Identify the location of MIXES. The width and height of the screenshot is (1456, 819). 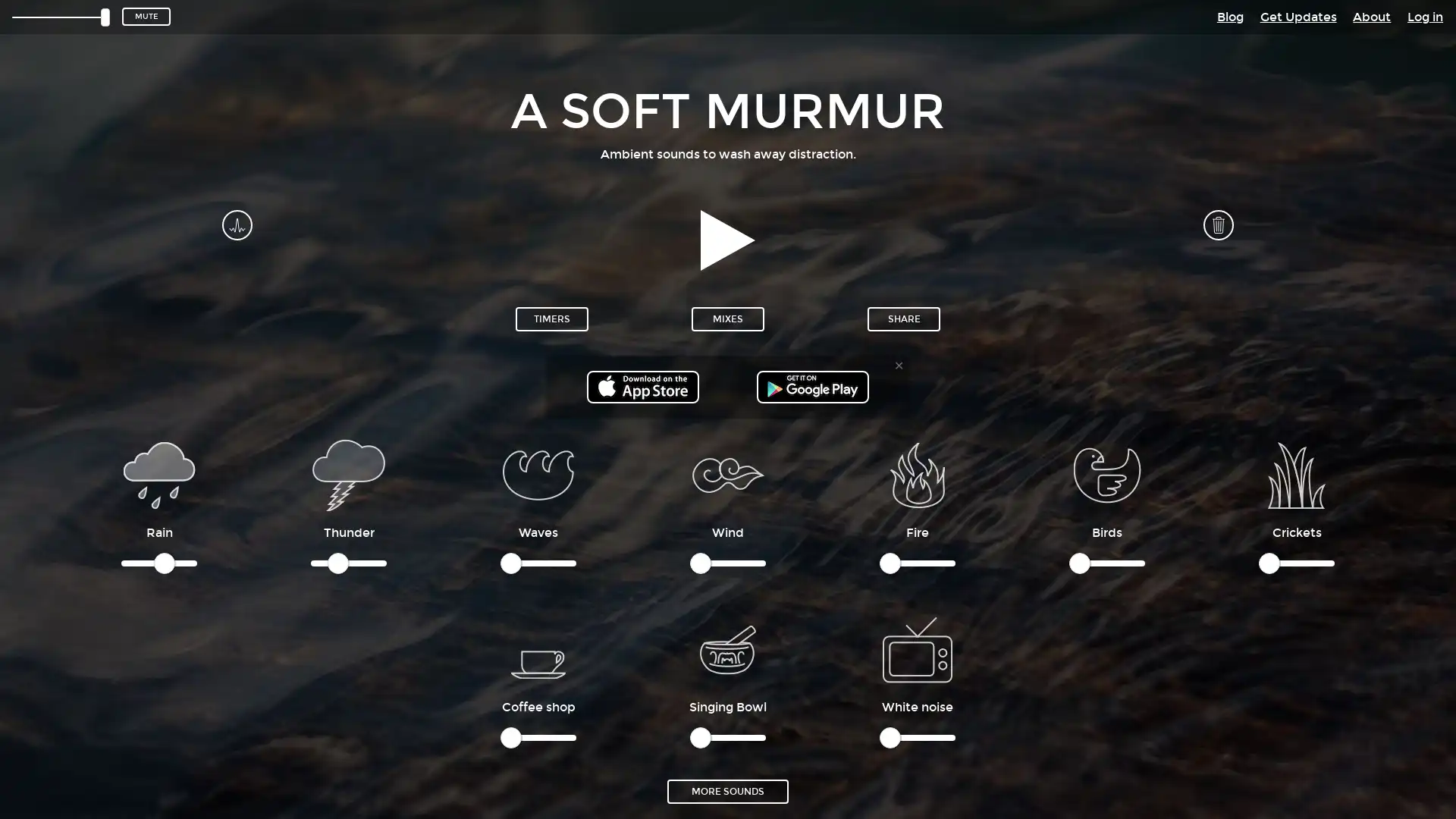
(728, 318).